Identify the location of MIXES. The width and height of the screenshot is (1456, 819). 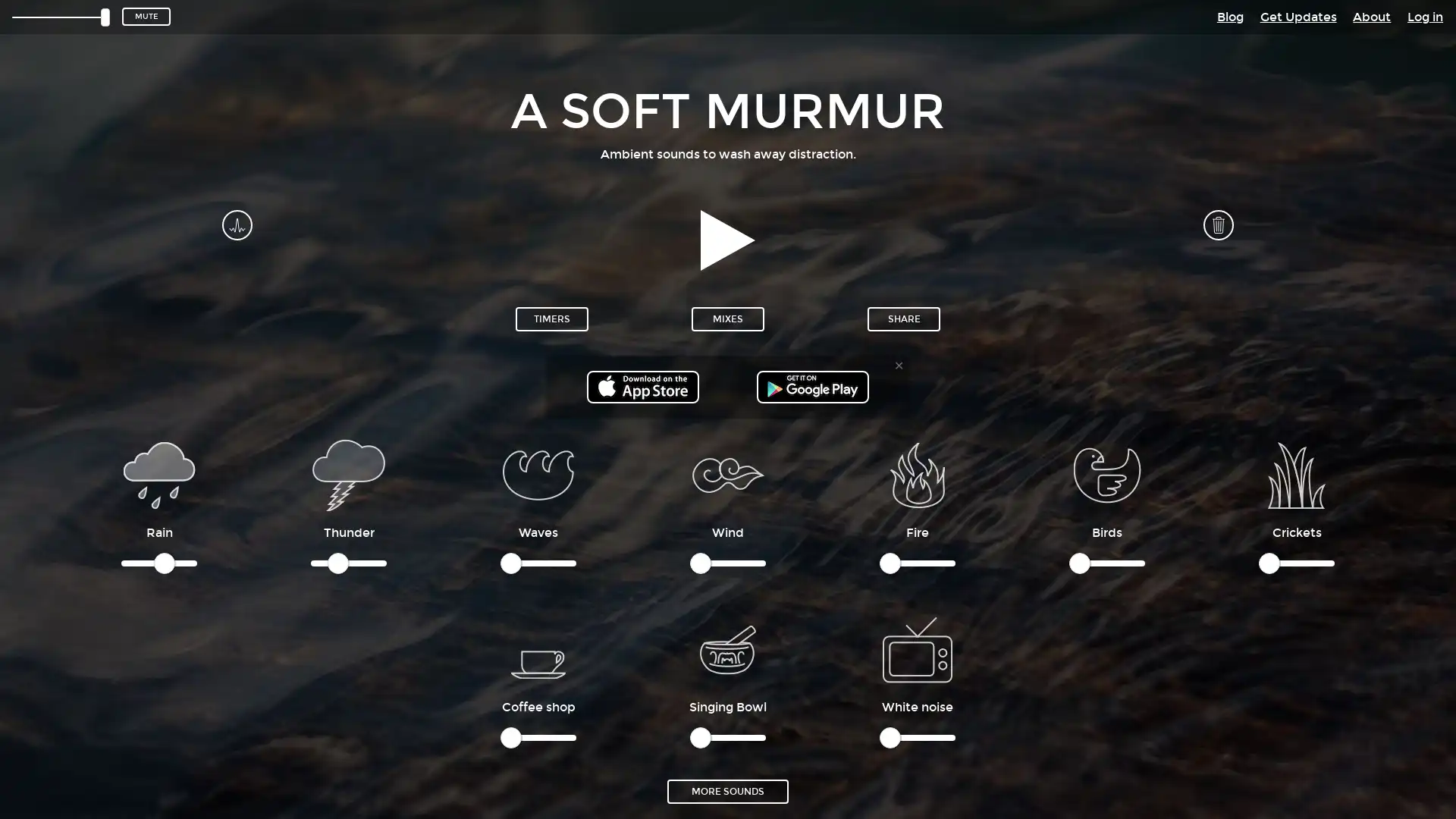
(728, 318).